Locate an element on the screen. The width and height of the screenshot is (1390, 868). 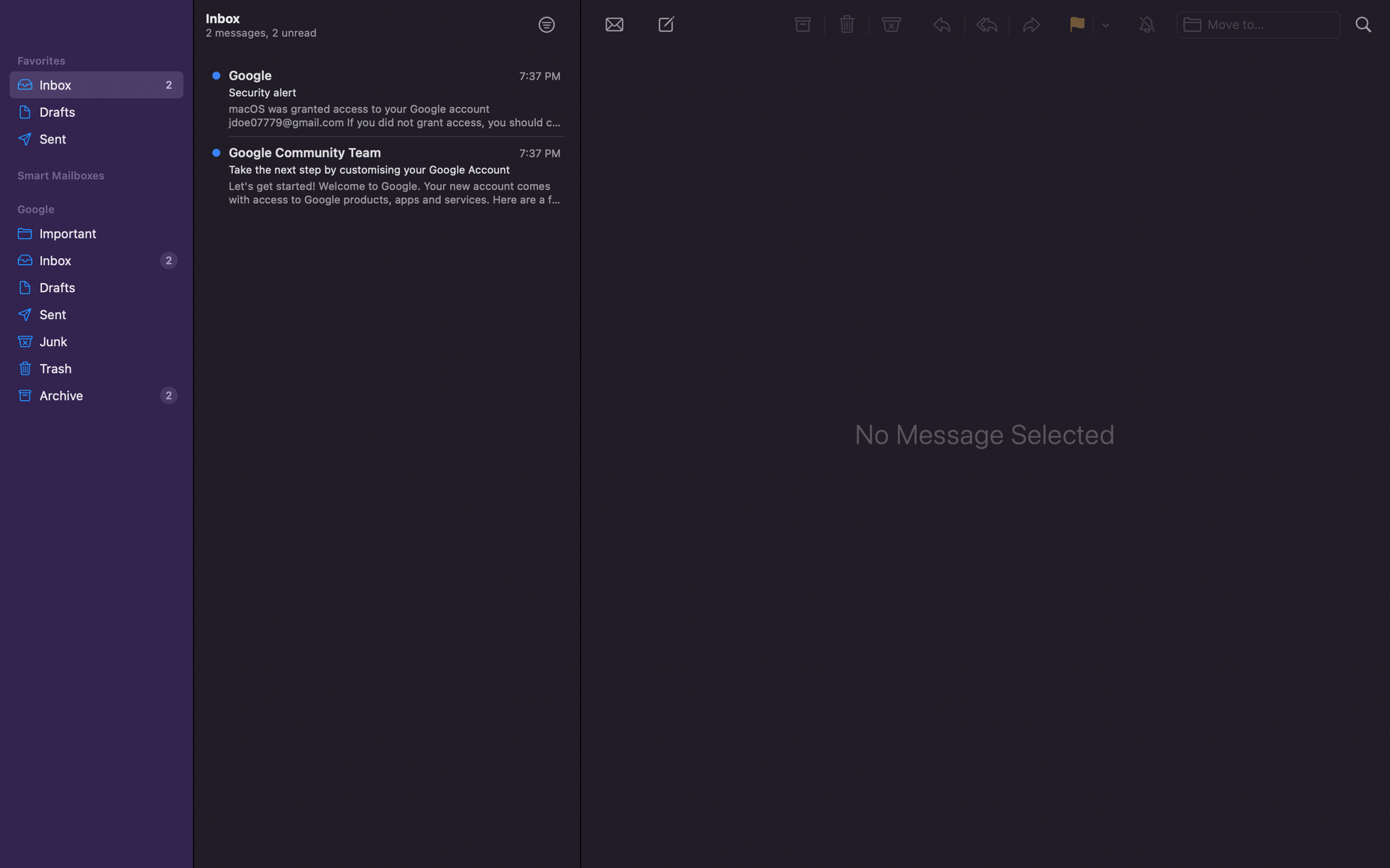
Silence the ongoing chat is located at coordinates (1148, 24).